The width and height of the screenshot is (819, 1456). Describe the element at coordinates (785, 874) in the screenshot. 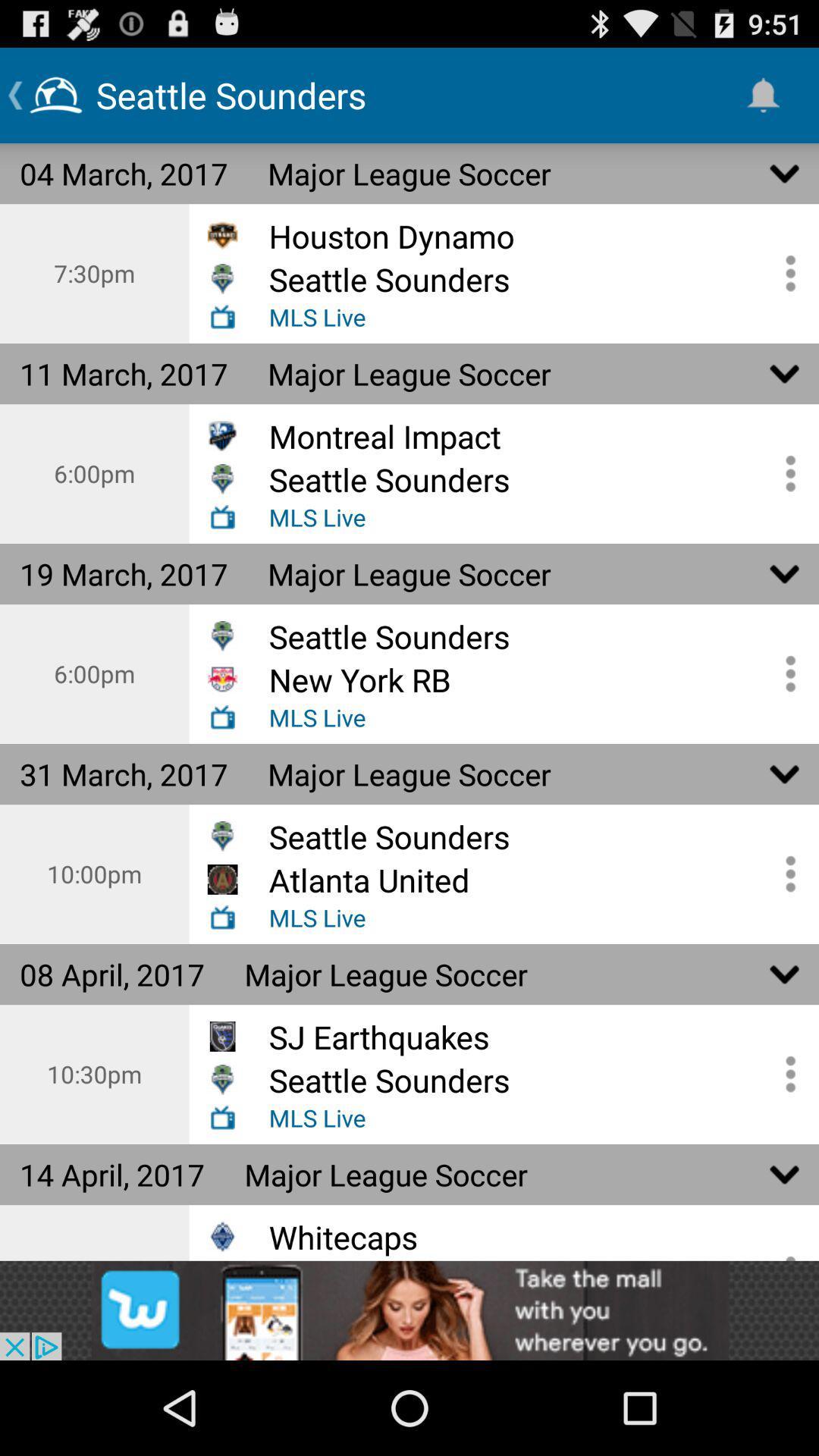

I see `open mls options` at that location.